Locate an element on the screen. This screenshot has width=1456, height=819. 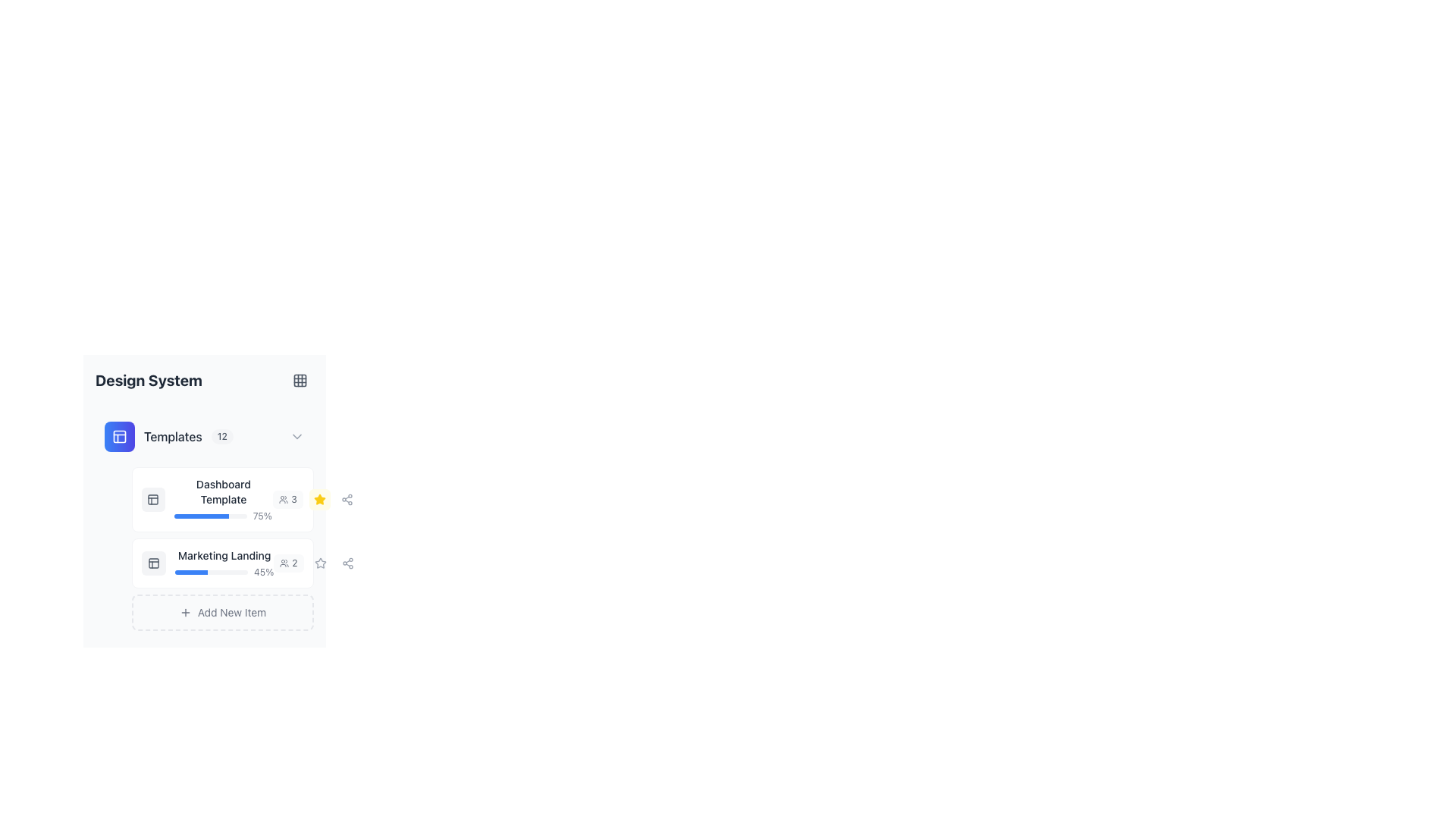
the first clickable header or menu item is located at coordinates (203, 436).